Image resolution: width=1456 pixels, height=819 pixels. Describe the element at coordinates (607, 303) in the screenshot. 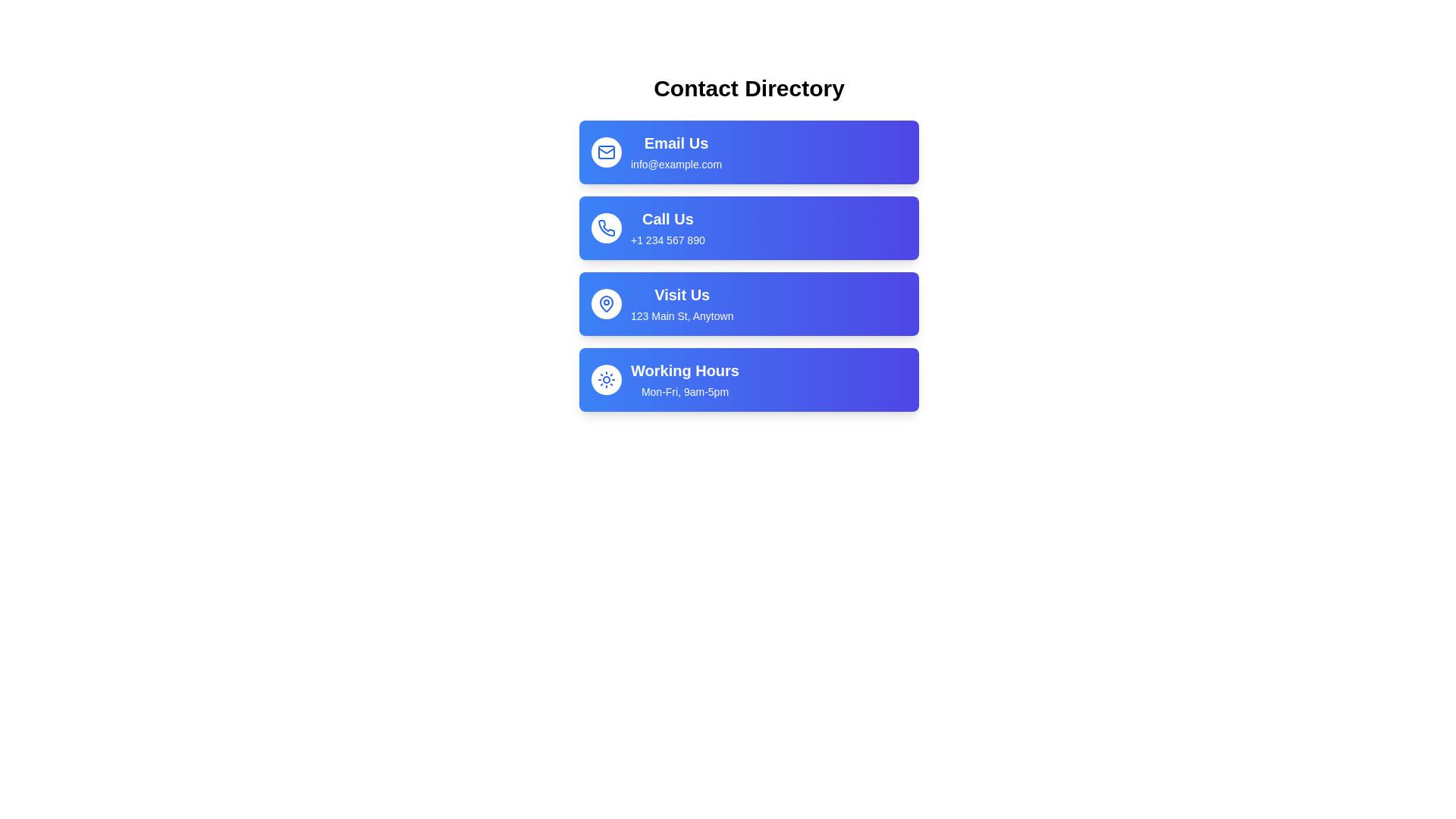

I see `the map pin icon located in the 'Visit Us' section, which is styled with a blue outline and a white background, for information` at that location.